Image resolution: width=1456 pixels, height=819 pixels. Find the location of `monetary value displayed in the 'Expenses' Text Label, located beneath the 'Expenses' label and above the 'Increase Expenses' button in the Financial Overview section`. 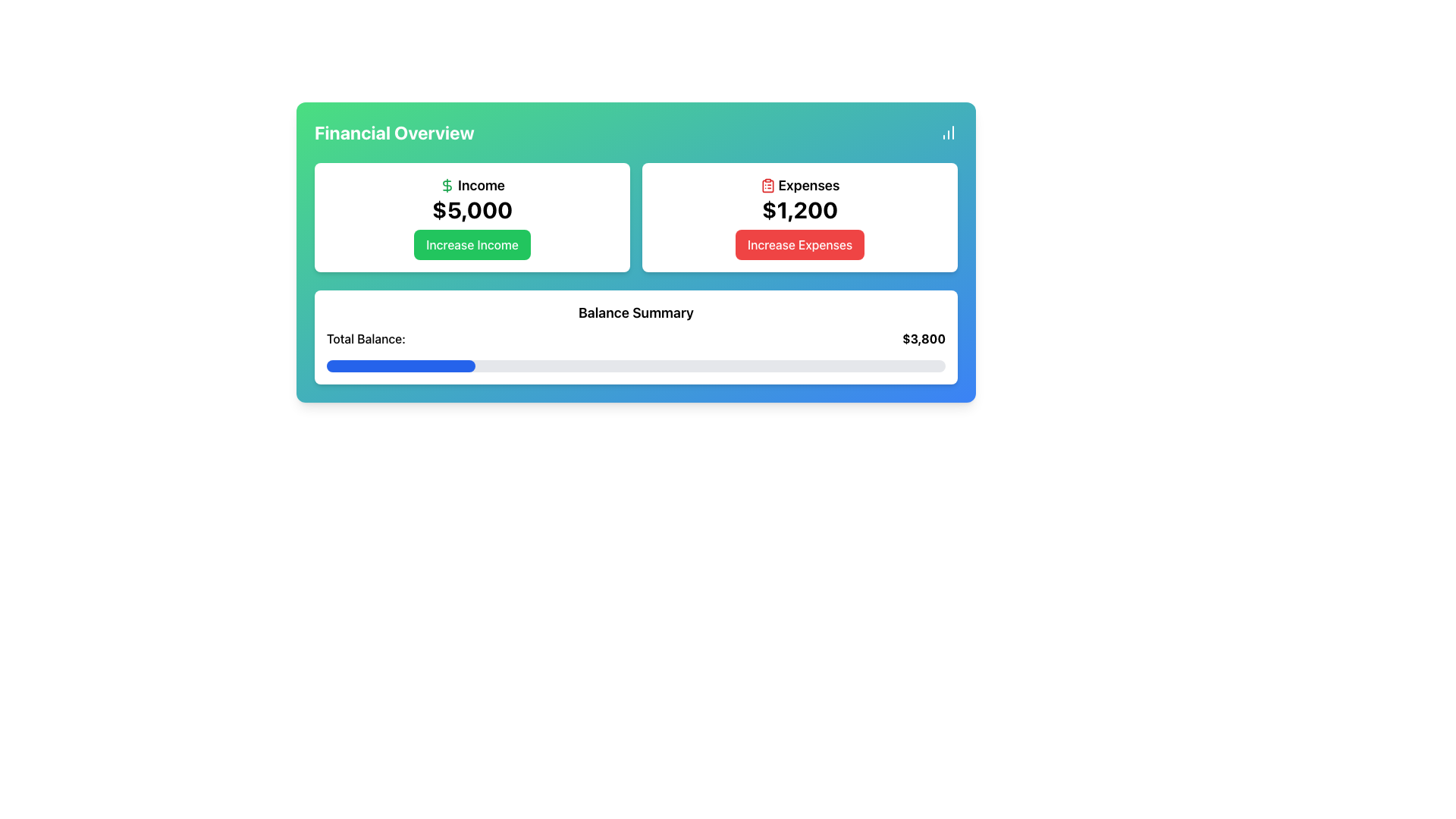

monetary value displayed in the 'Expenses' Text Label, located beneath the 'Expenses' label and above the 'Increase Expenses' button in the Financial Overview section is located at coordinates (799, 210).